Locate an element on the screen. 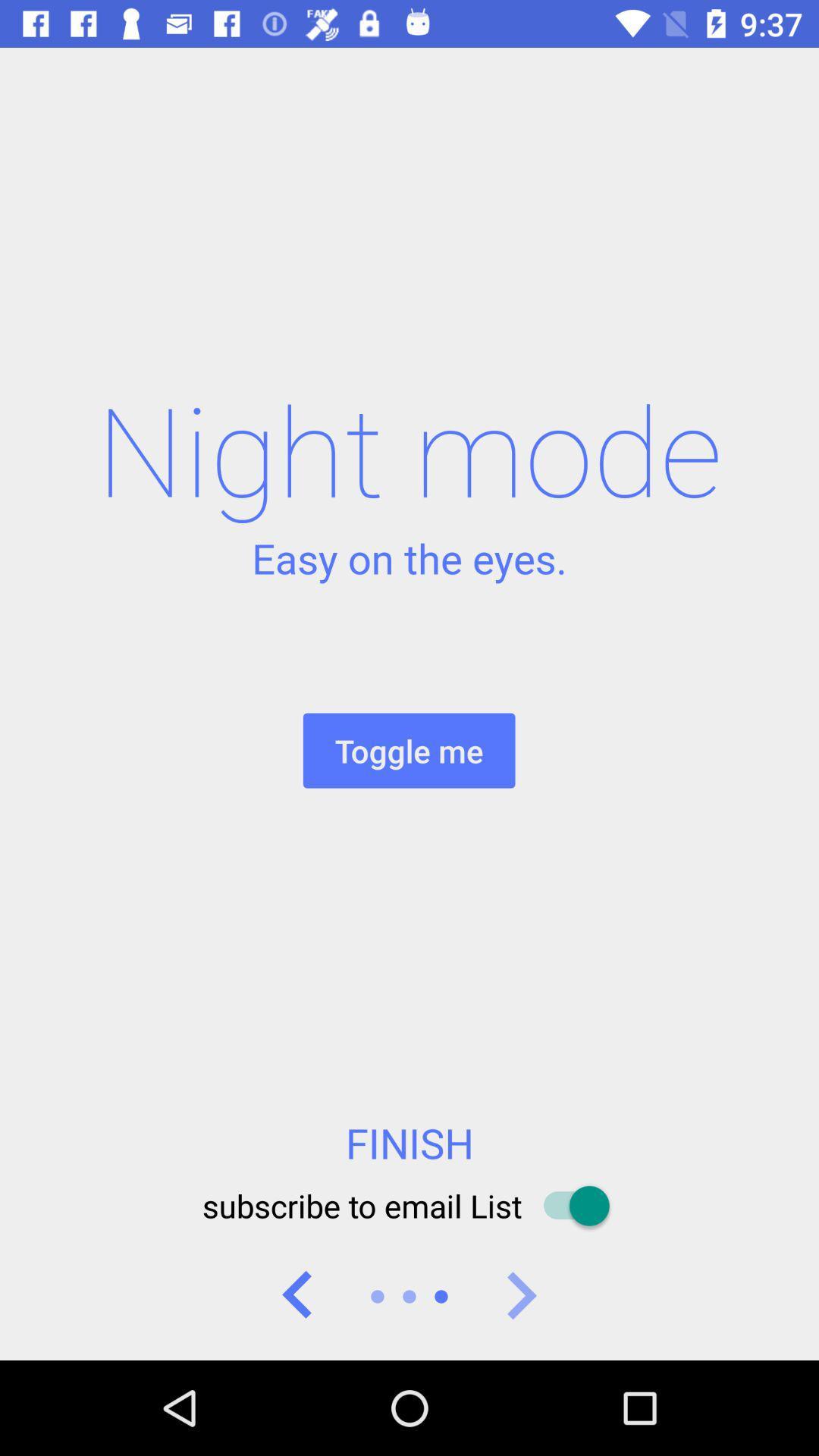 Image resolution: width=819 pixels, height=1456 pixels. icon above the subscribe to email icon is located at coordinates (409, 1143).